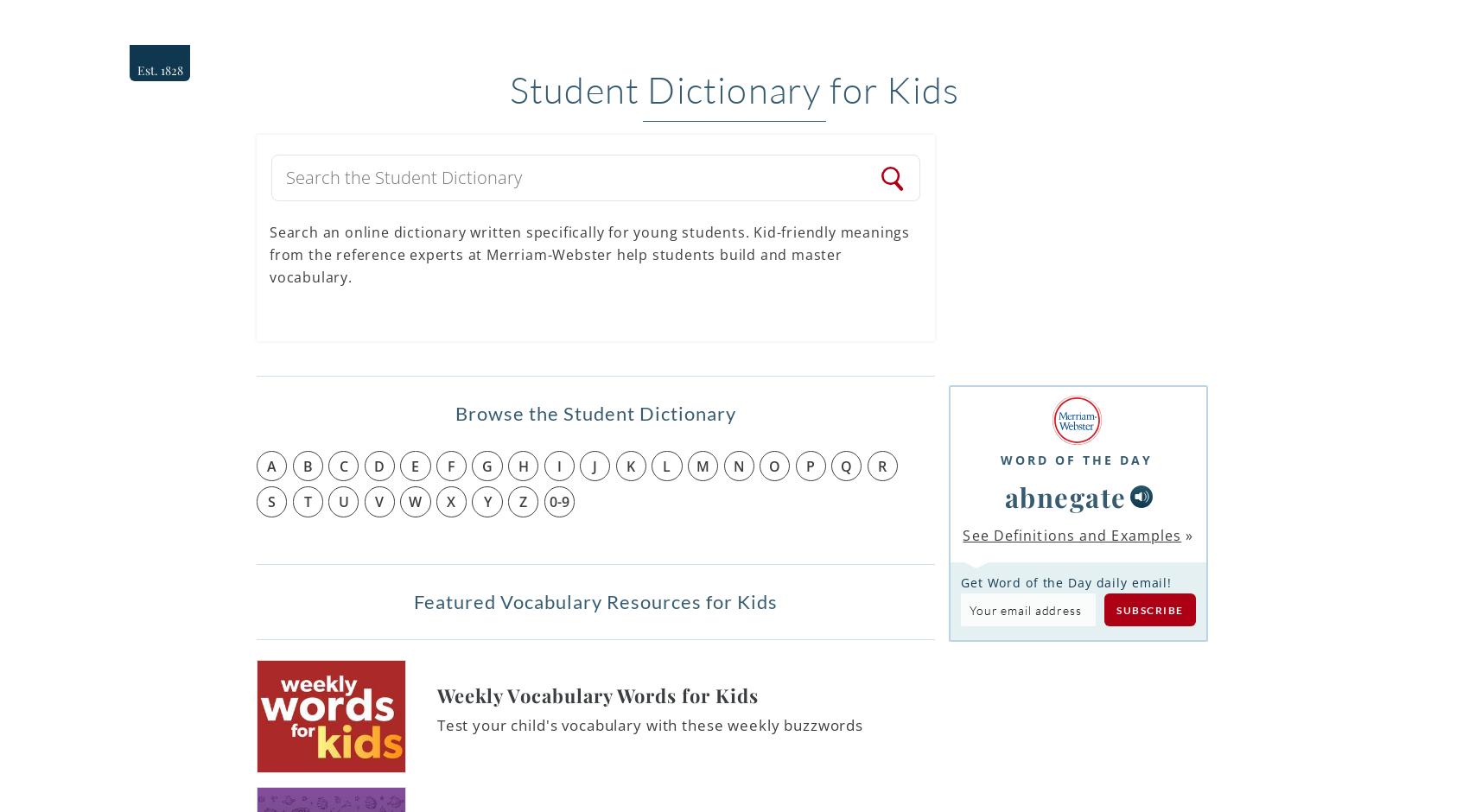  Describe the element at coordinates (1184, 24) in the screenshot. I see `'Word Finder'` at that location.